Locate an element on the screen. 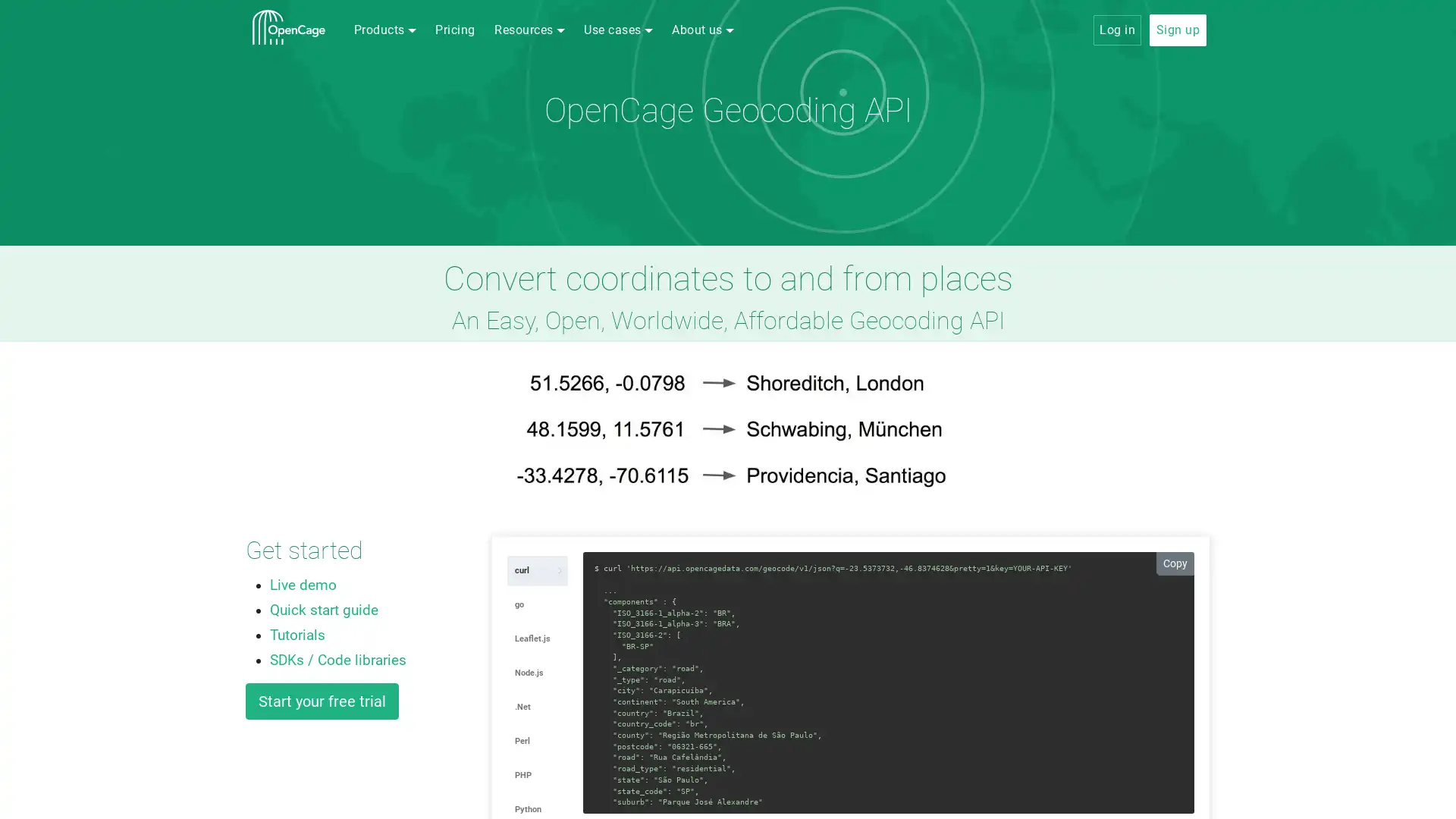 Image resolution: width=1456 pixels, height=819 pixels. Resources is located at coordinates (529, 30).